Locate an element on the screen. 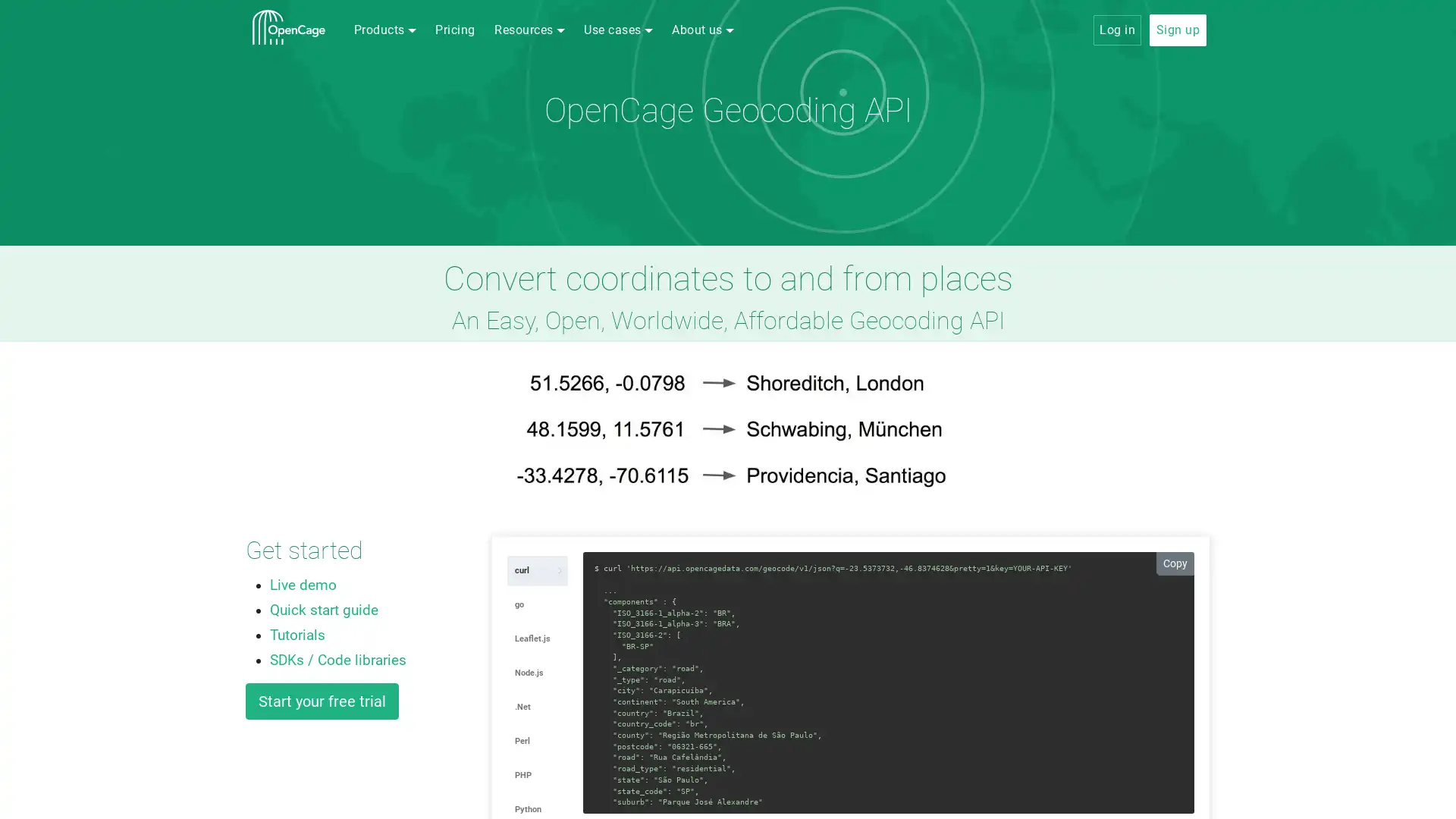 Image resolution: width=1456 pixels, height=819 pixels. Resources is located at coordinates (529, 30).